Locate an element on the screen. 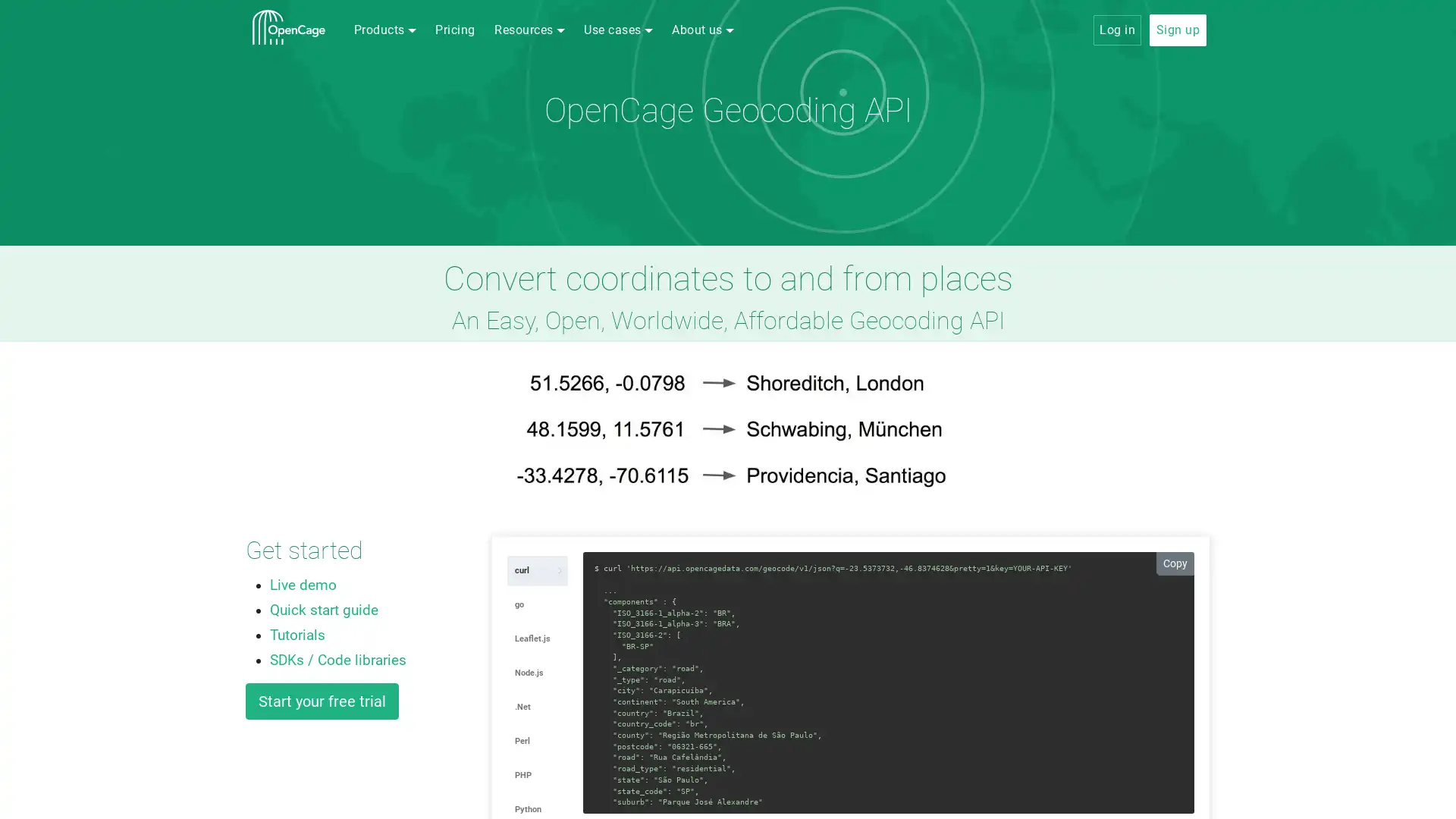 Image resolution: width=1456 pixels, height=819 pixels. Resources is located at coordinates (529, 30).